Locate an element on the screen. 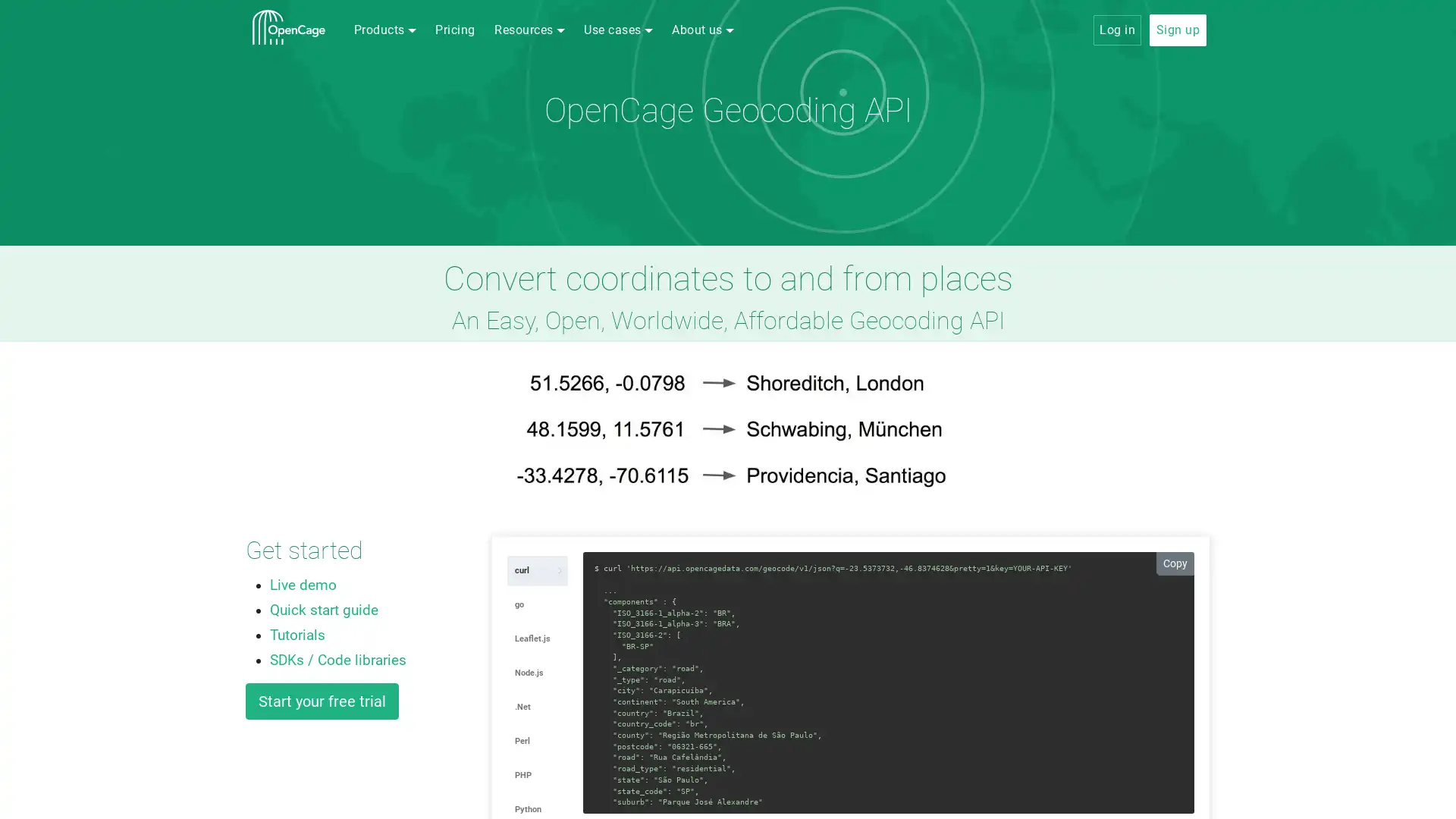 Image resolution: width=1456 pixels, height=819 pixels. Resources is located at coordinates (529, 30).